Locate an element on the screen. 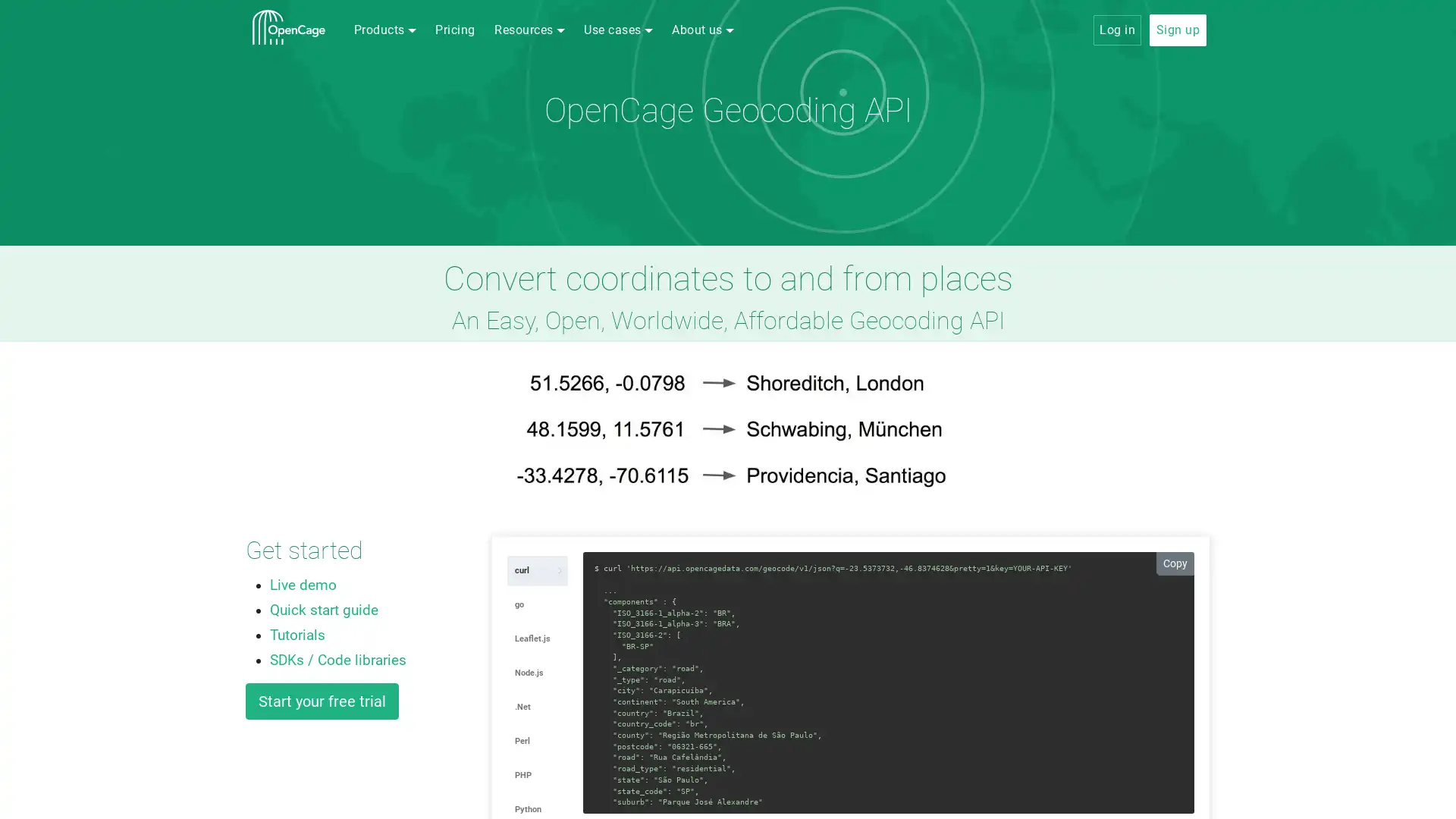 Image resolution: width=1456 pixels, height=819 pixels. Resources is located at coordinates (529, 30).